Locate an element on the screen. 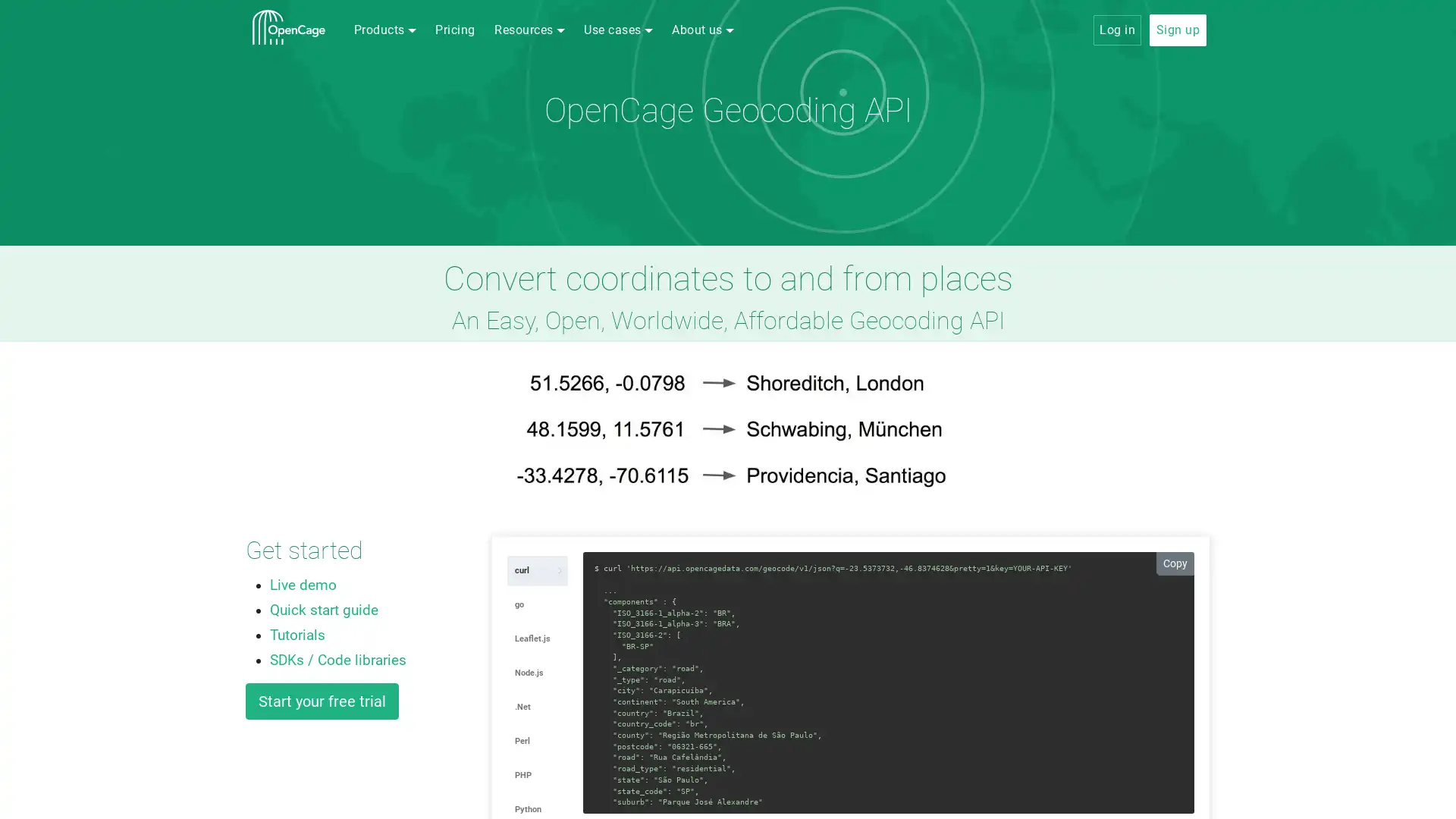 Image resolution: width=1456 pixels, height=819 pixels. Resources is located at coordinates (529, 30).